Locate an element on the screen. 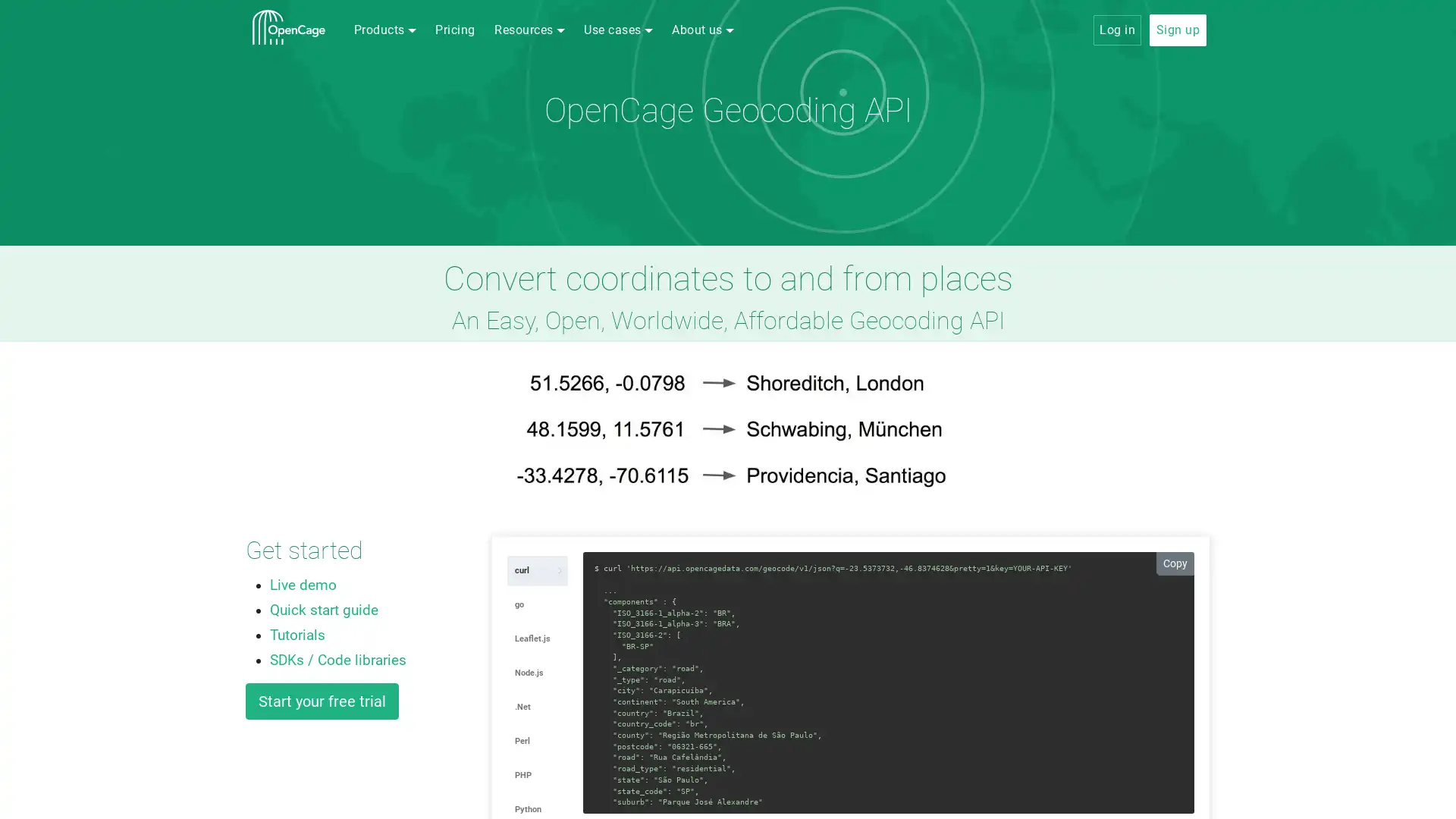 Image resolution: width=1456 pixels, height=819 pixels. Resources is located at coordinates (529, 30).